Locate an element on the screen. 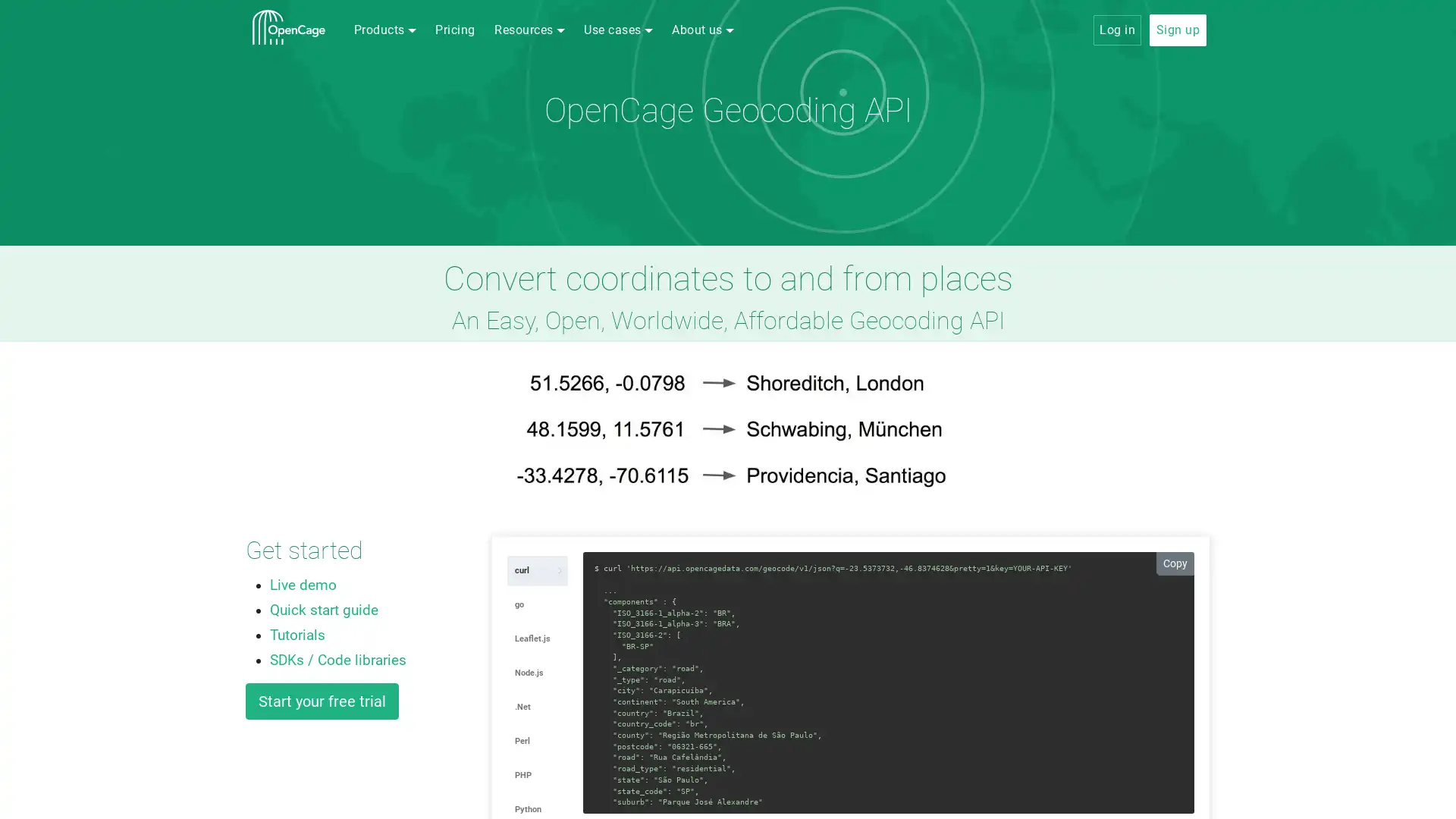 Image resolution: width=1456 pixels, height=819 pixels. Resources is located at coordinates (529, 30).